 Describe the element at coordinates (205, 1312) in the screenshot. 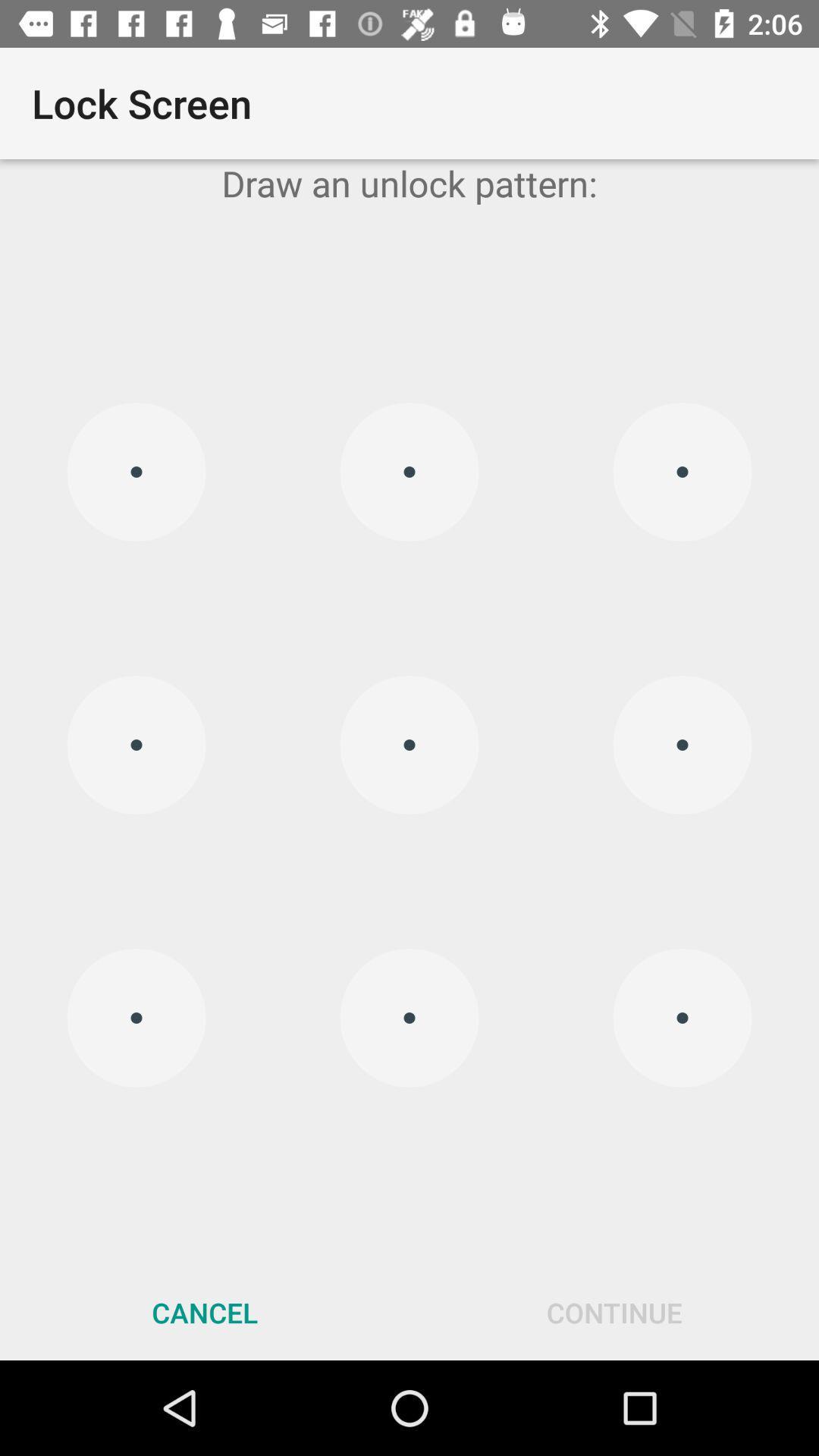

I see `the button next to continue` at that location.